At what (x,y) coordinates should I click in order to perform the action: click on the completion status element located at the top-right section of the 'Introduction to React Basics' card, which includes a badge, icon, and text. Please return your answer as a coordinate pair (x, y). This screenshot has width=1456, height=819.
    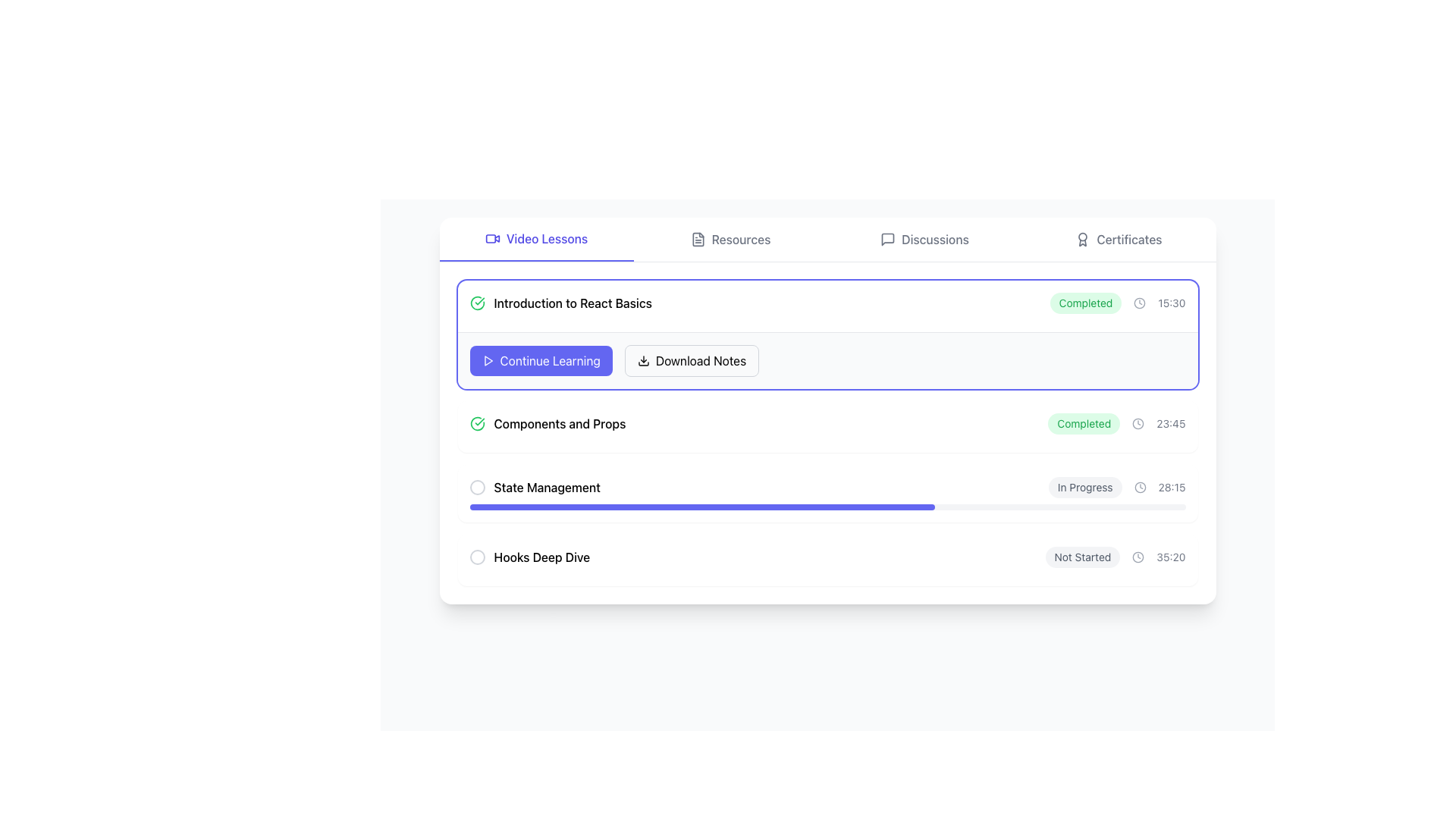
    Looking at the image, I should click on (1117, 303).